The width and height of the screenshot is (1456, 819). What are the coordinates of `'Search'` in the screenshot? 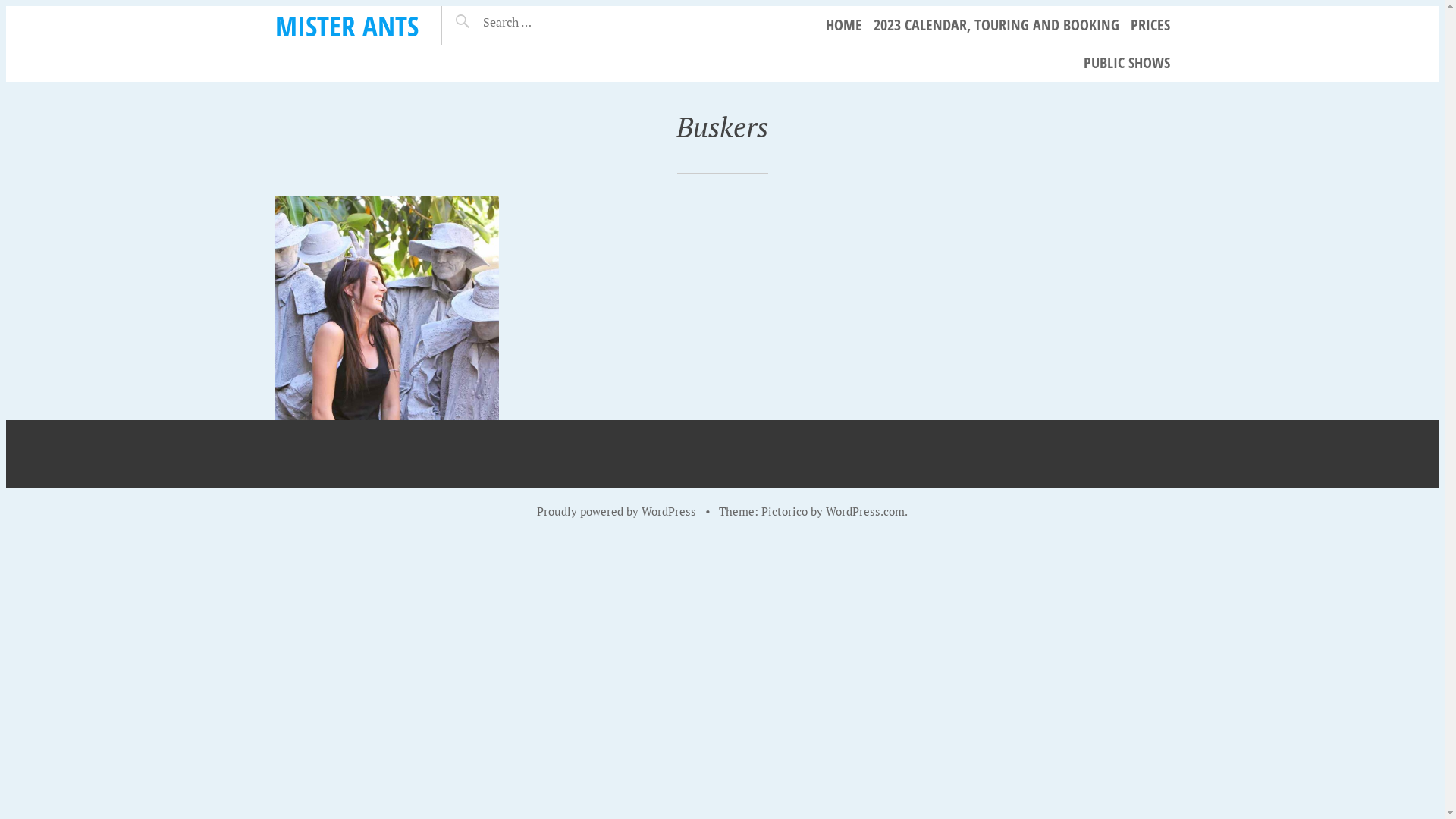 It's located at (537, 15).